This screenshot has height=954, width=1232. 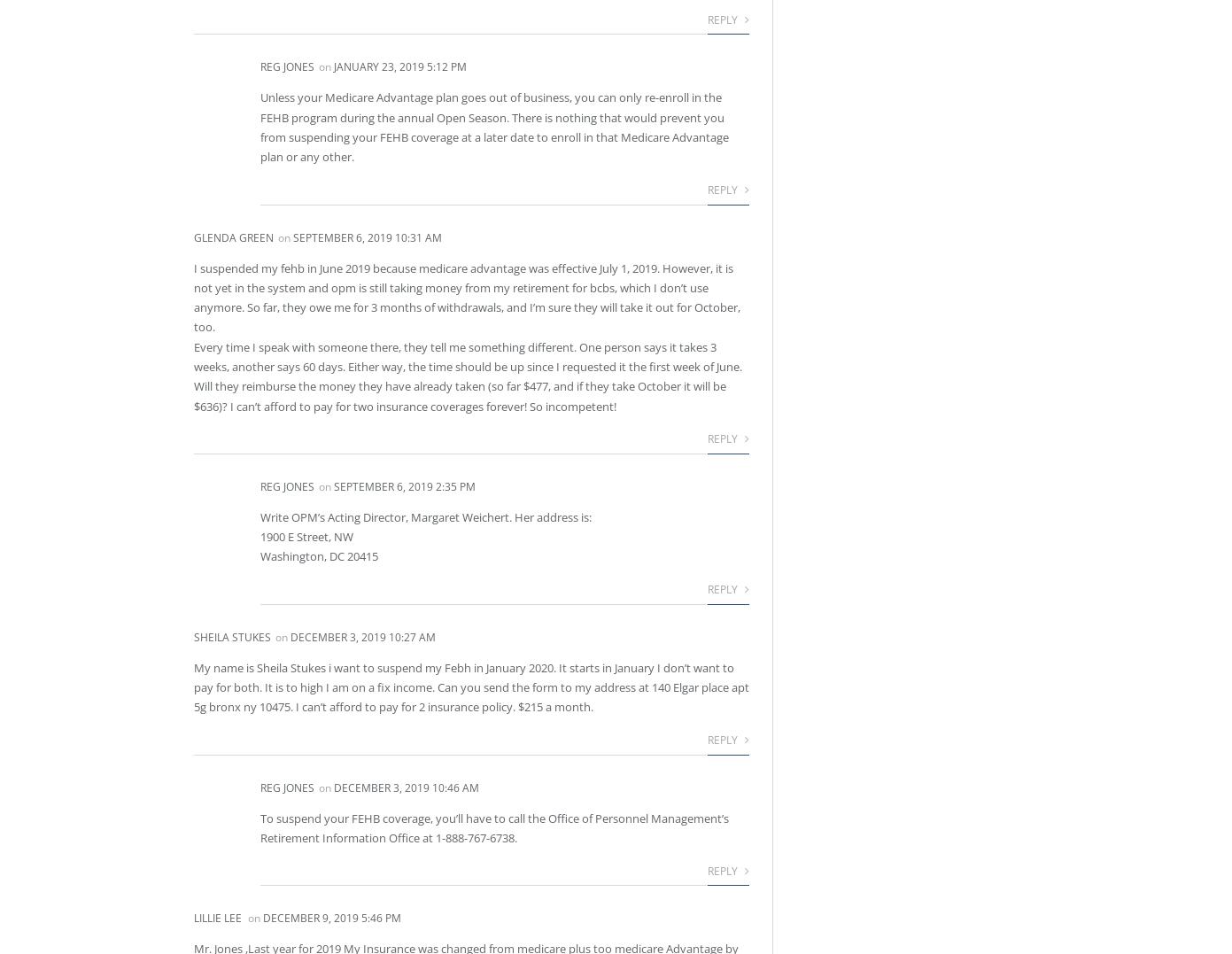 I want to click on 'September 6, 2019 2:35 pm', so click(x=403, y=485).